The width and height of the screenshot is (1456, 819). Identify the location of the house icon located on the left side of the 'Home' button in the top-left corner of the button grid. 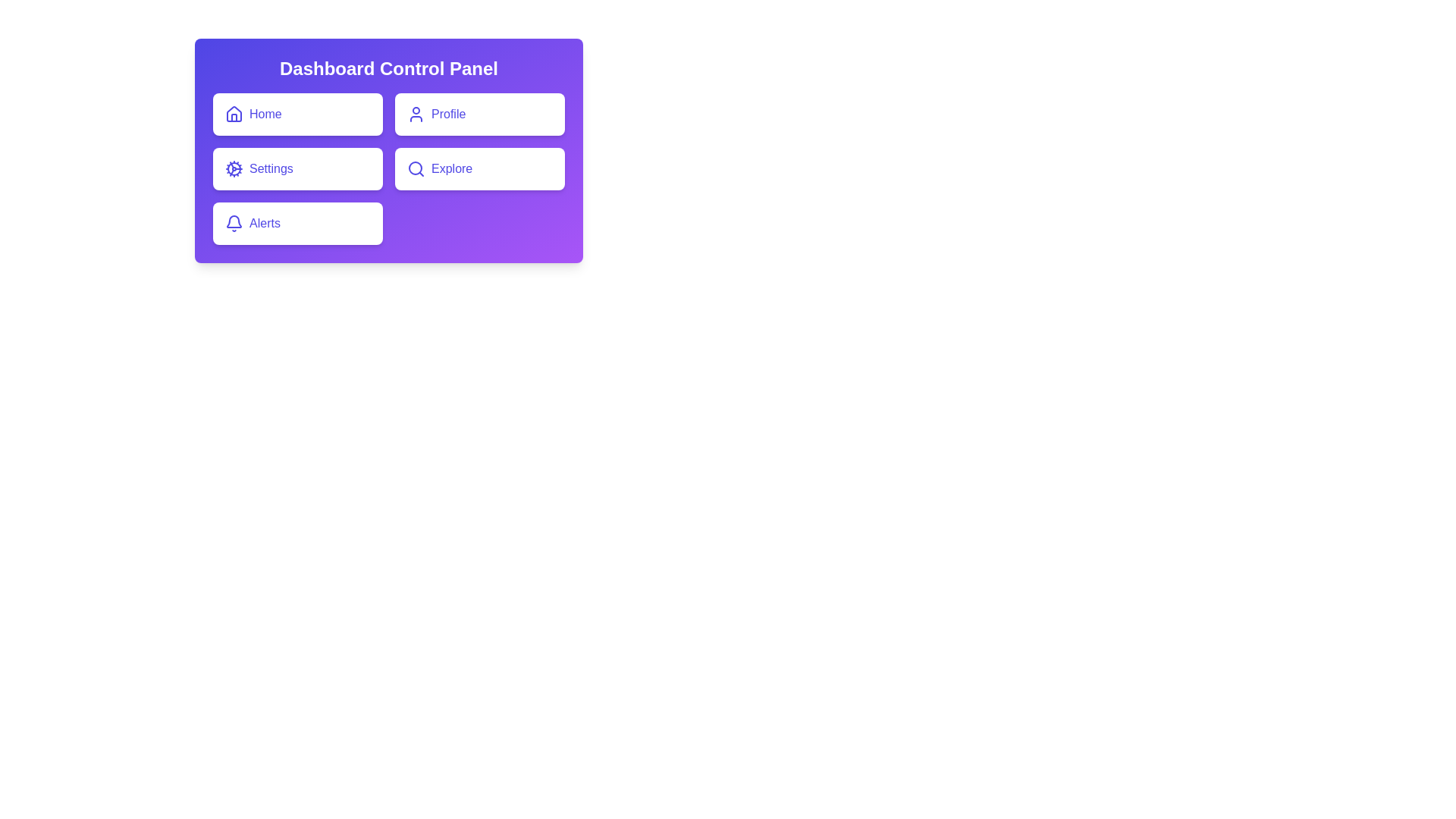
(233, 113).